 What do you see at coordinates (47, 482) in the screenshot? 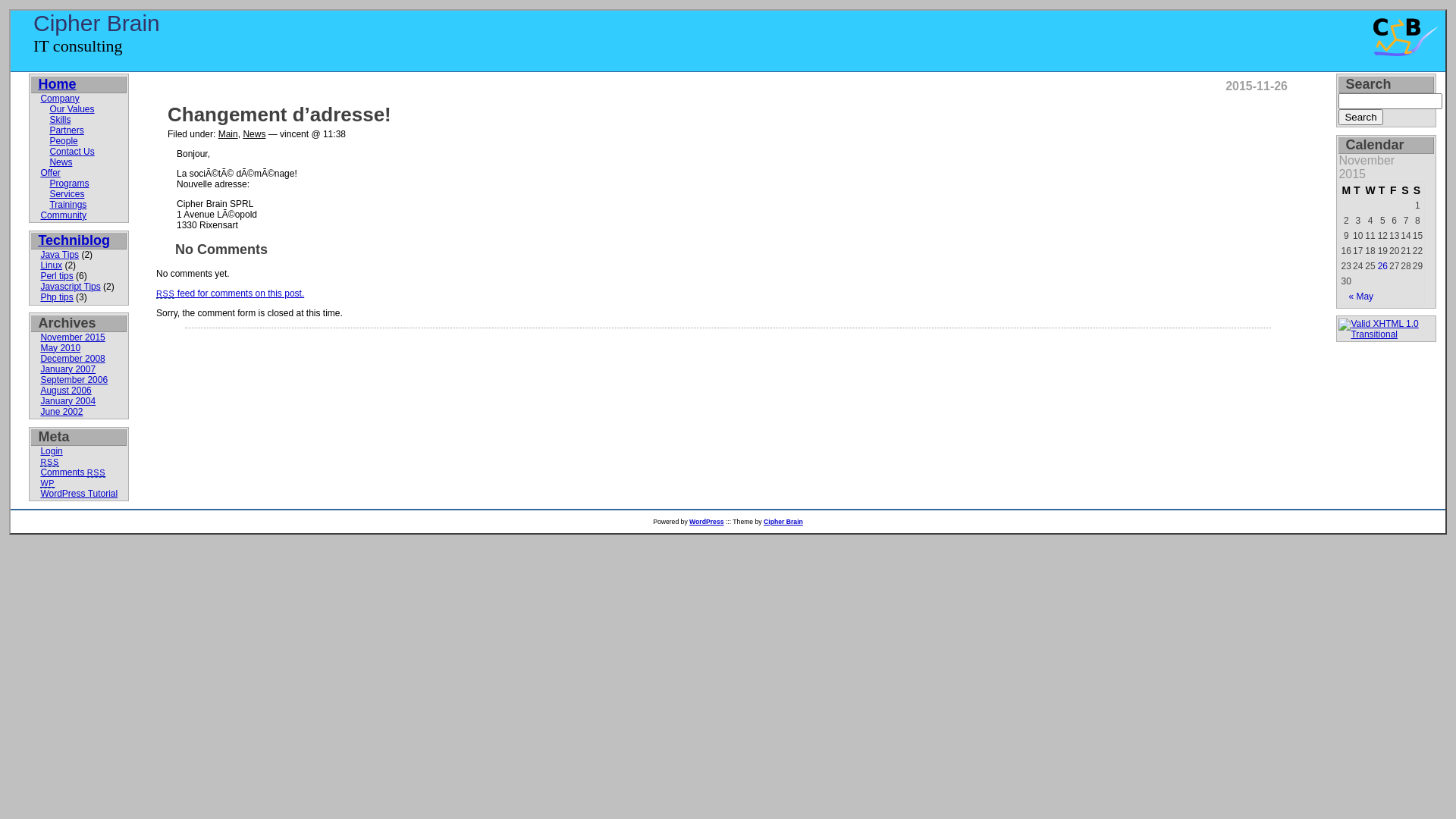
I see `'WP'` at bounding box center [47, 482].